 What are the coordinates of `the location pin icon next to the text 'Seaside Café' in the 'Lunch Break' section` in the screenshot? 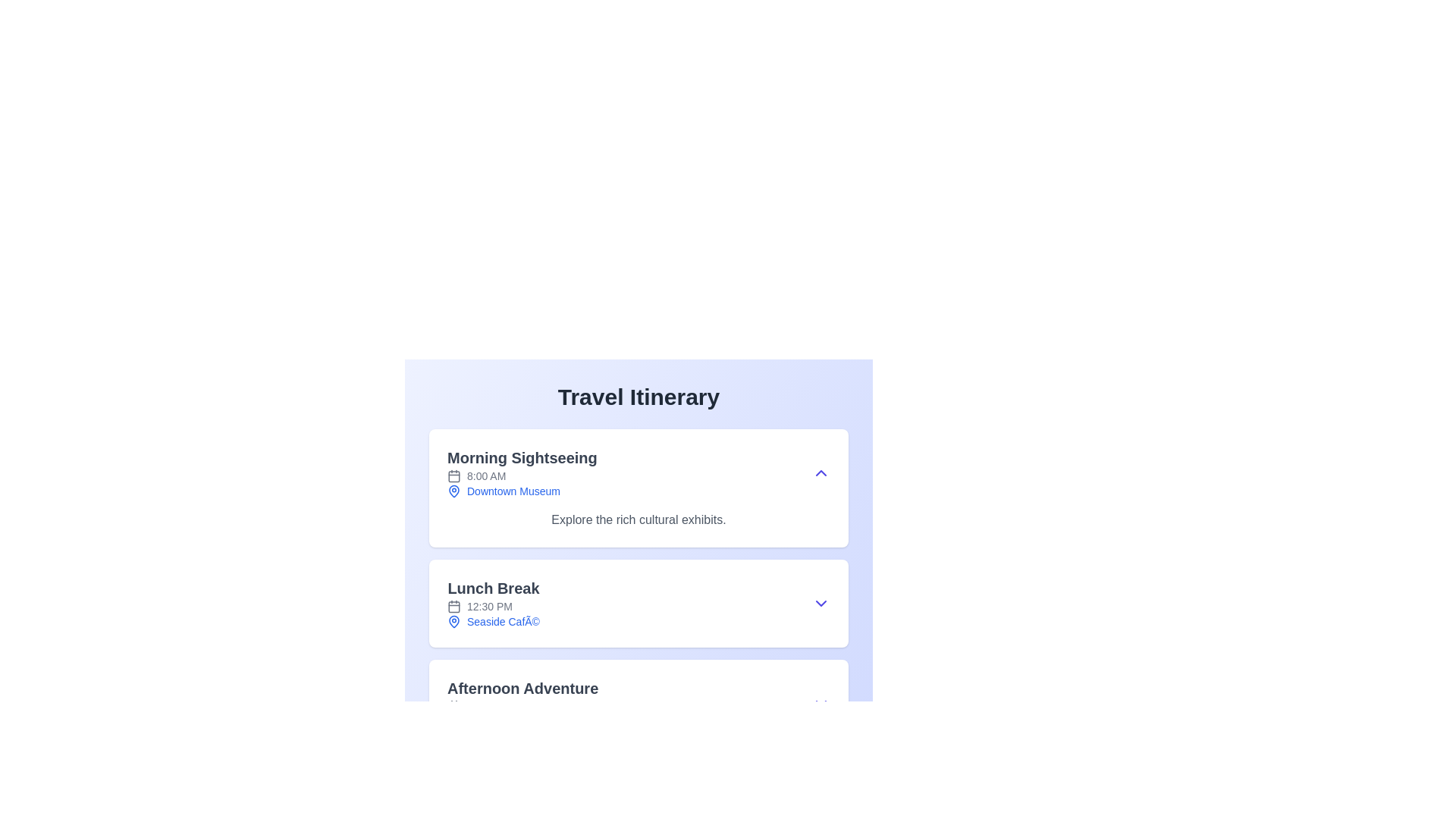 It's located at (453, 622).